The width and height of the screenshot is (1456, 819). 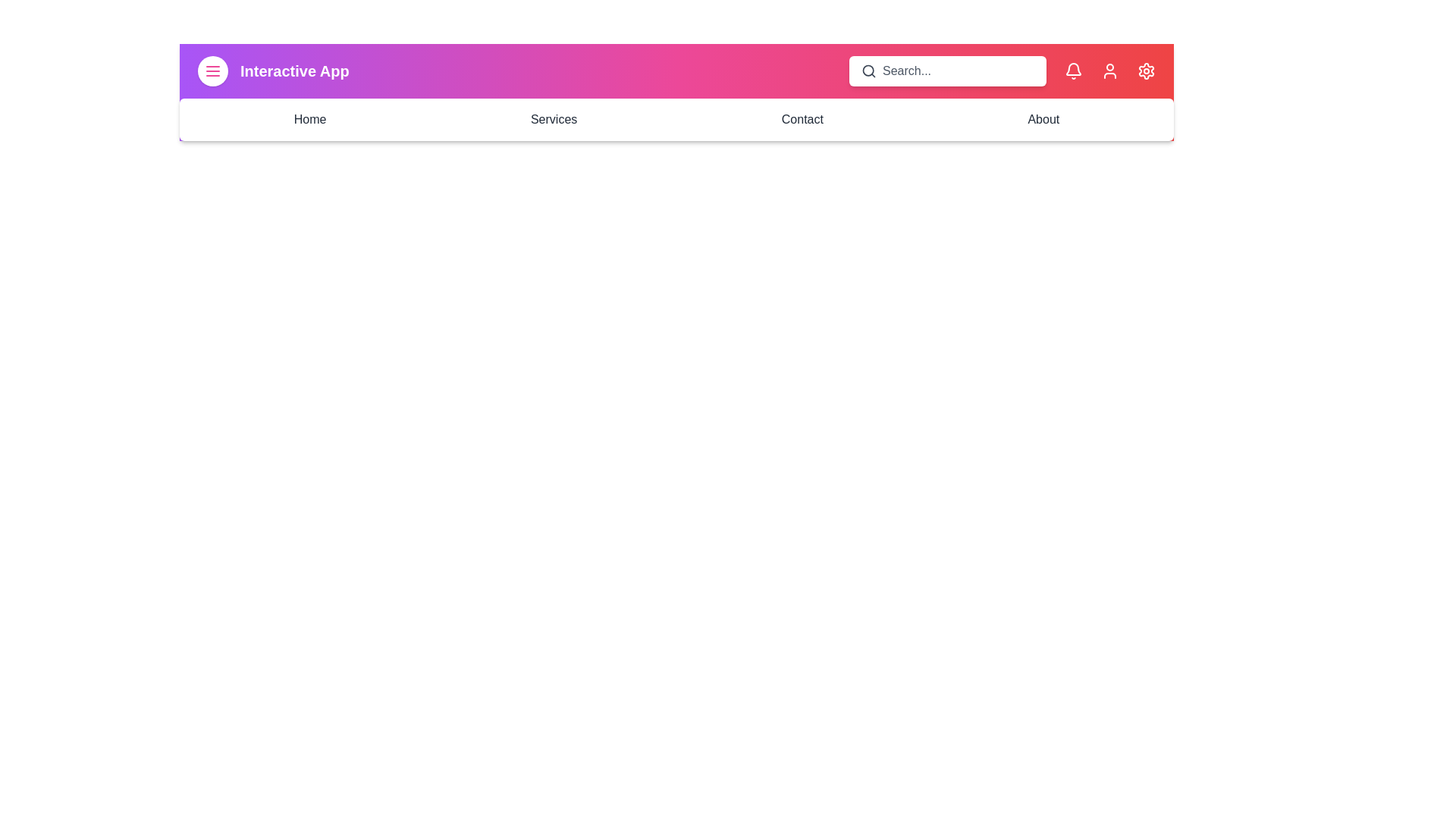 I want to click on the navigation link Home, so click(x=309, y=119).